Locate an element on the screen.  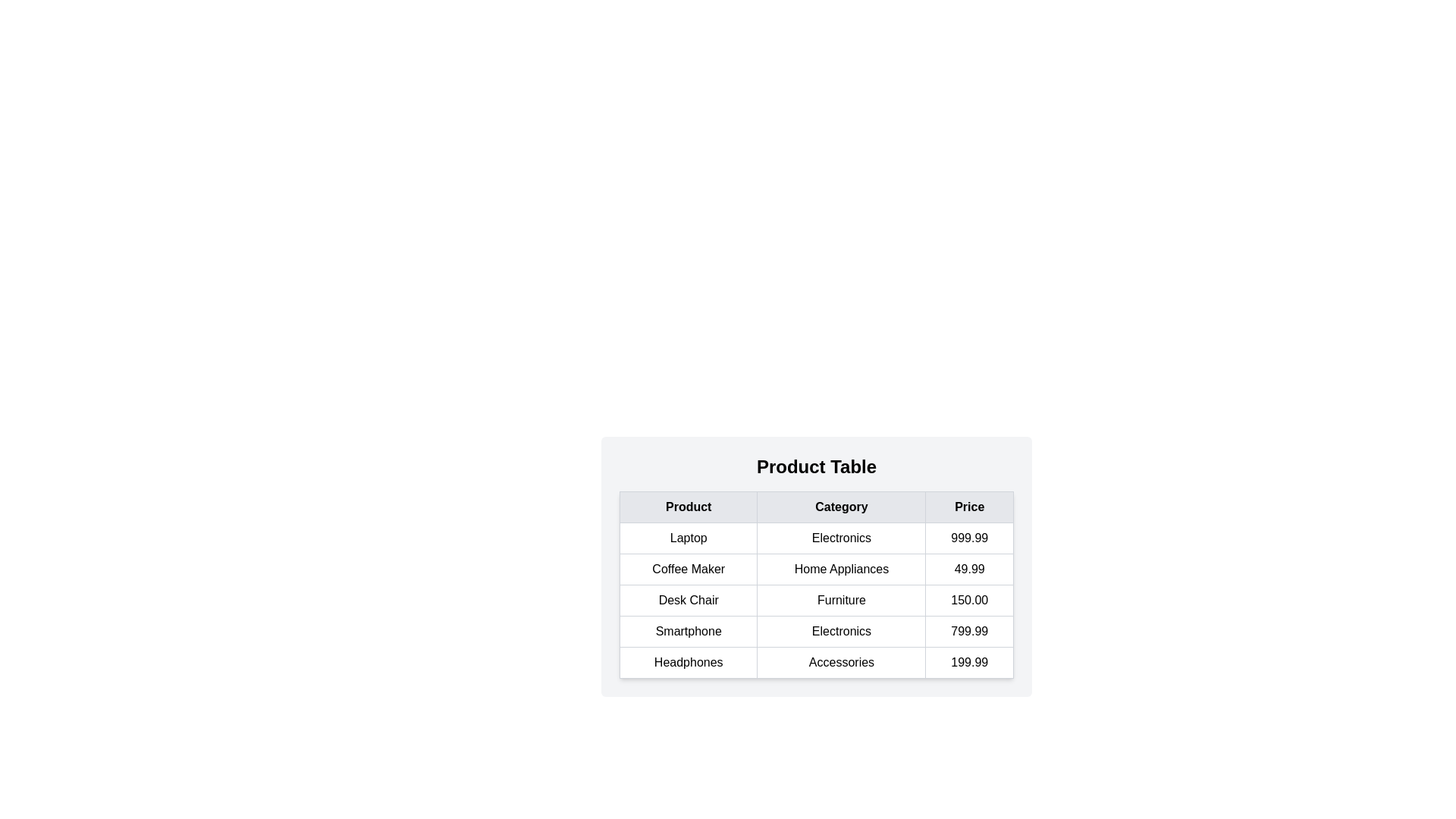
the 'Smartphone' text label in the 'Product Table', which is located in the first column under 'Product' is located at coordinates (688, 632).